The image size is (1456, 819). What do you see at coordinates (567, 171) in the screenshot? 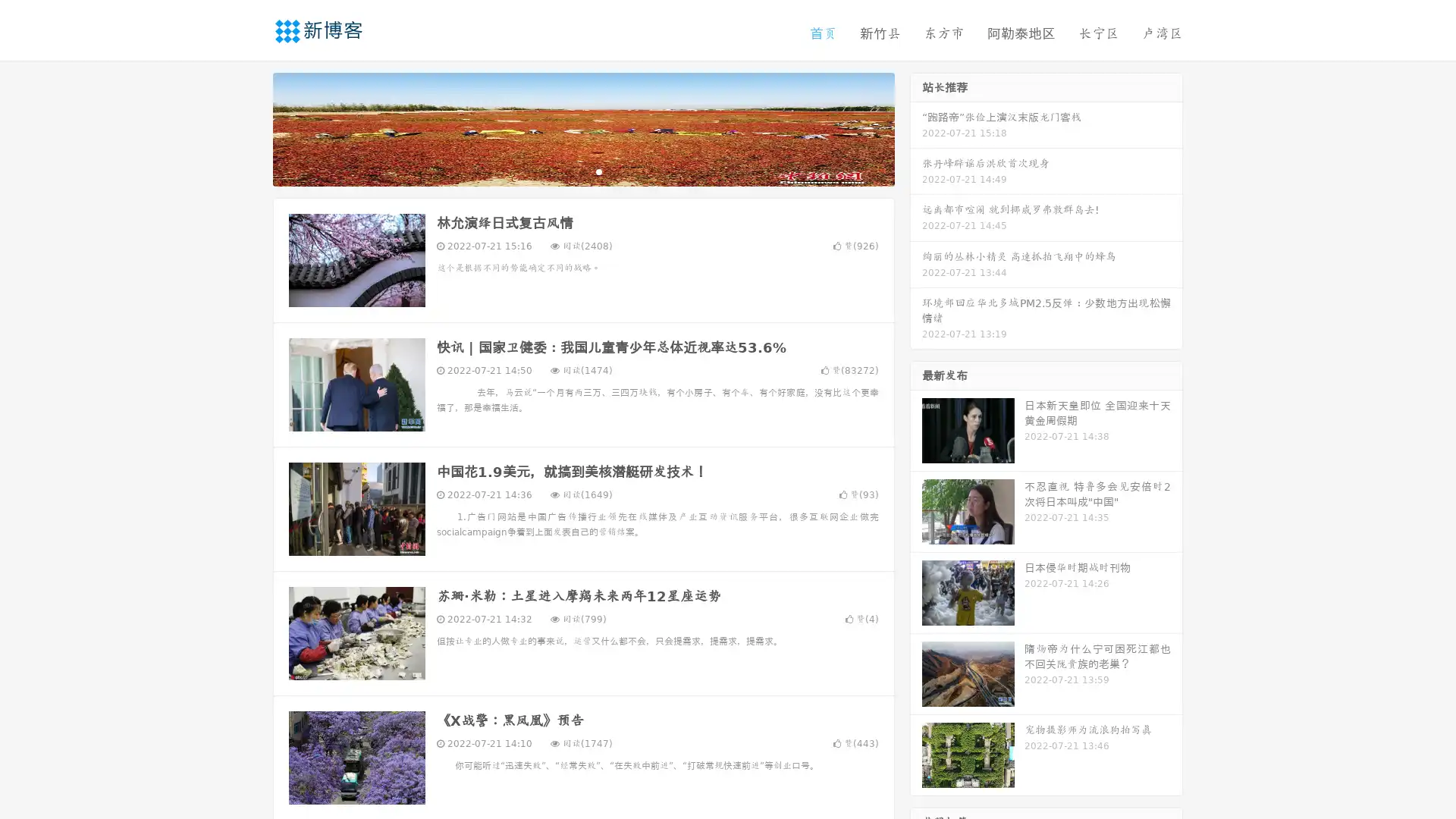
I see `Go to slide 1` at bounding box center [567, 171].